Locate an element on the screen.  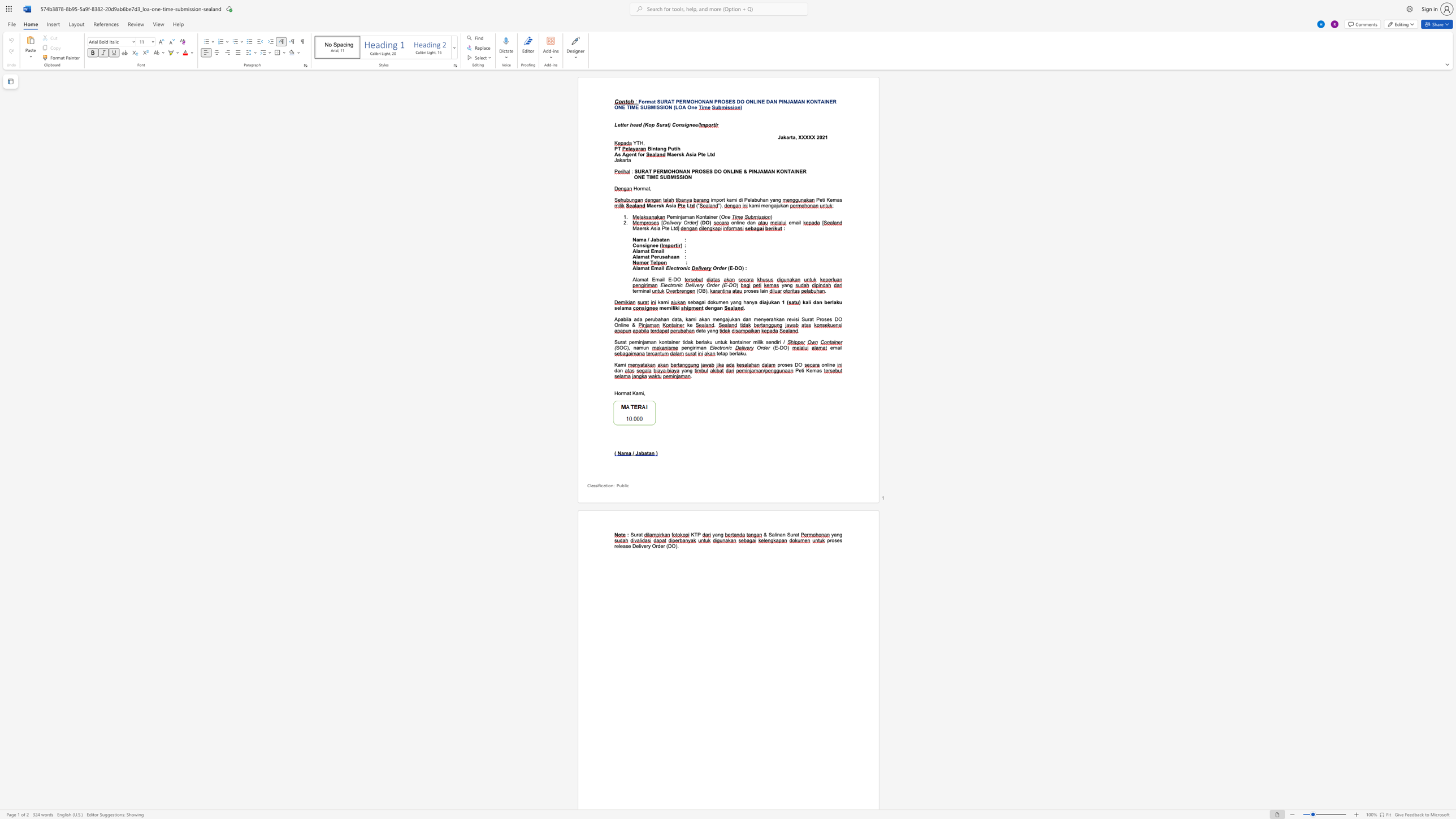
the subset text "DO" within the text "proses DO" is located at coordinates (794, 364).